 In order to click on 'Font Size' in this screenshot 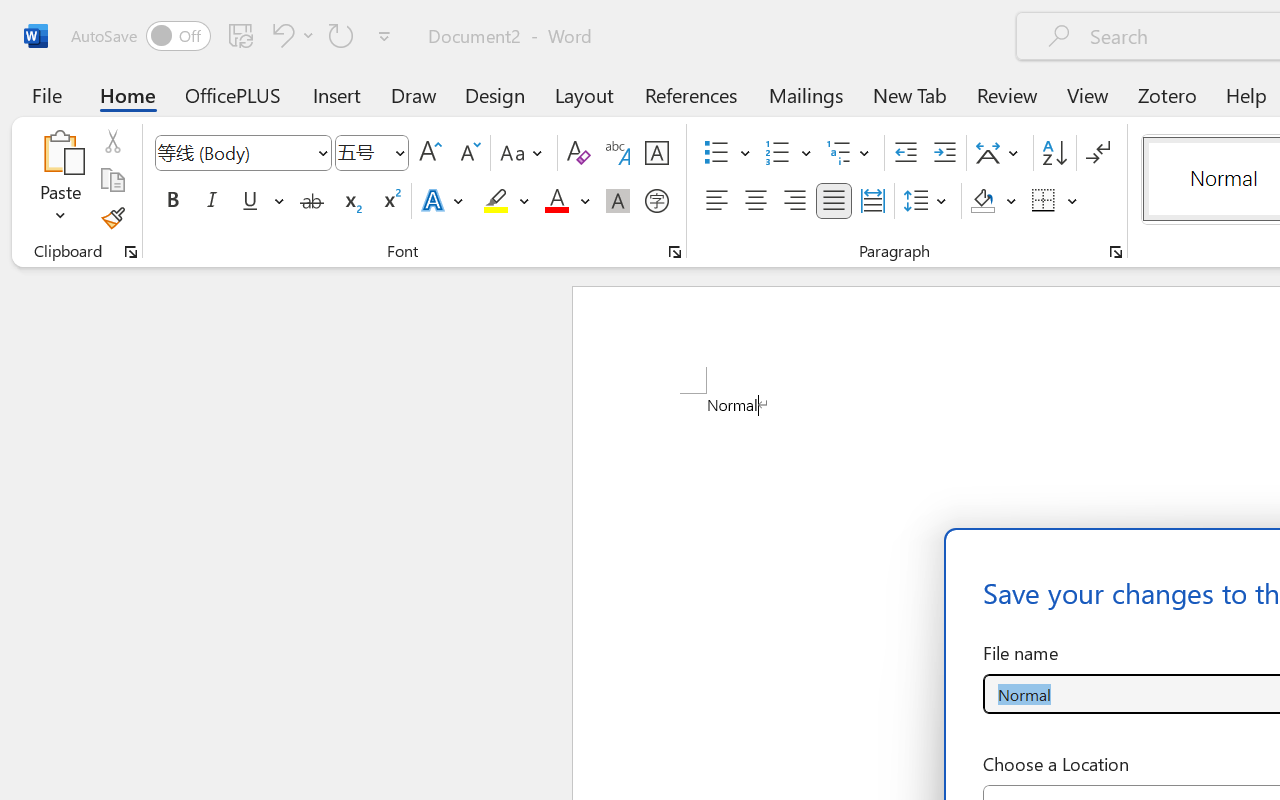, I will do `click(372, 153)`.